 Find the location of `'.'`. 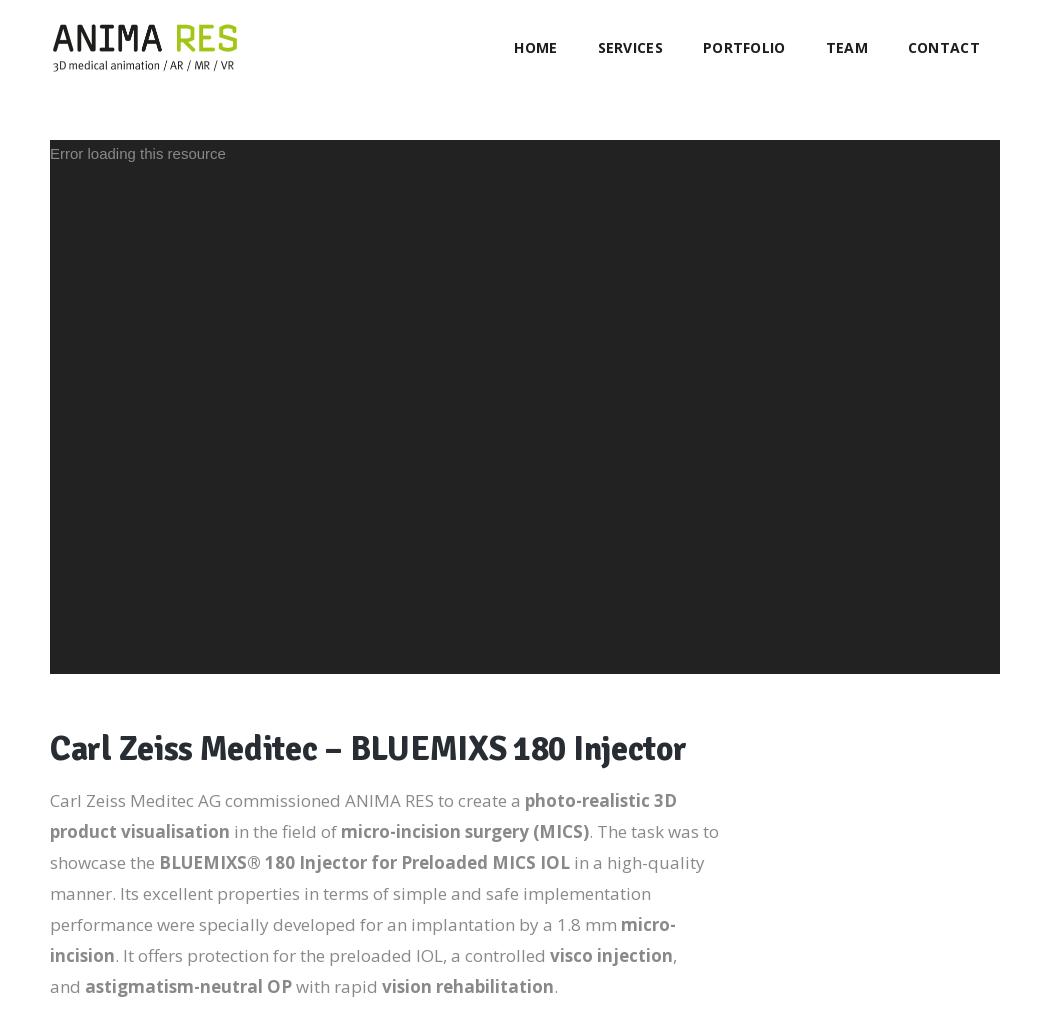

'.' is located at coordinates (555, 985).